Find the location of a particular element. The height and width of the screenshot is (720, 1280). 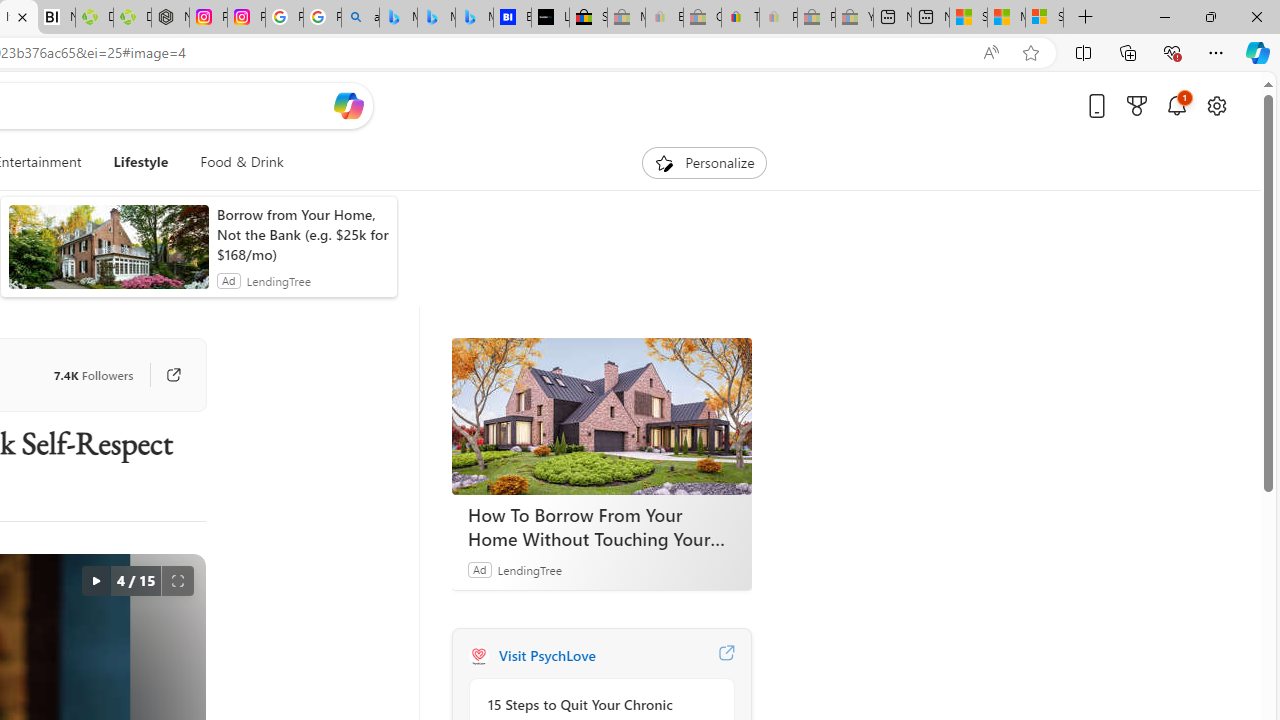

'Nordace - Nordace Edin Collection' is located at coordinates (170, 17).